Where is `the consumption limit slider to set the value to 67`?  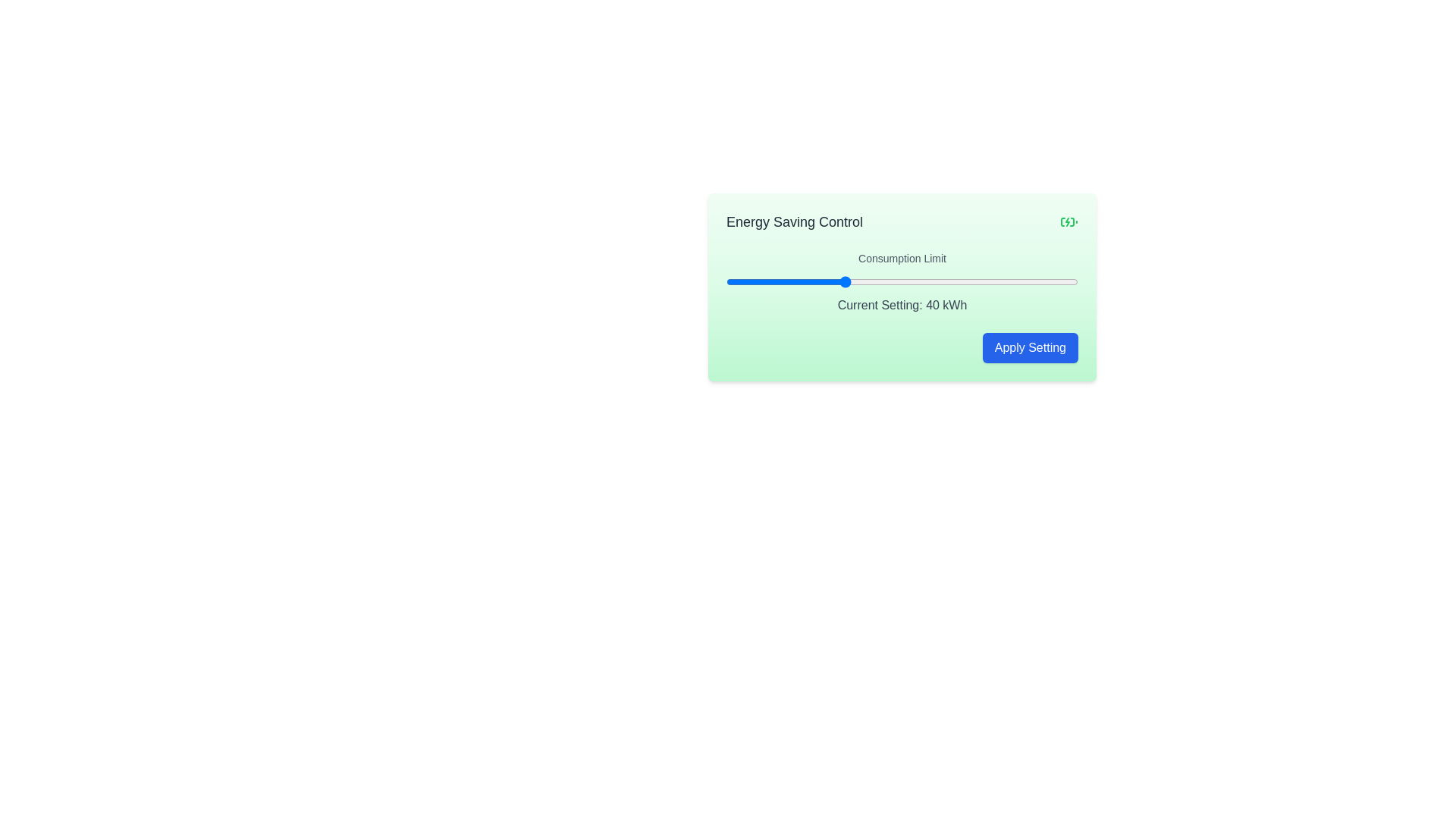 the consumption limit slider to set the value to 67 is located at coordinates (1002, 281).